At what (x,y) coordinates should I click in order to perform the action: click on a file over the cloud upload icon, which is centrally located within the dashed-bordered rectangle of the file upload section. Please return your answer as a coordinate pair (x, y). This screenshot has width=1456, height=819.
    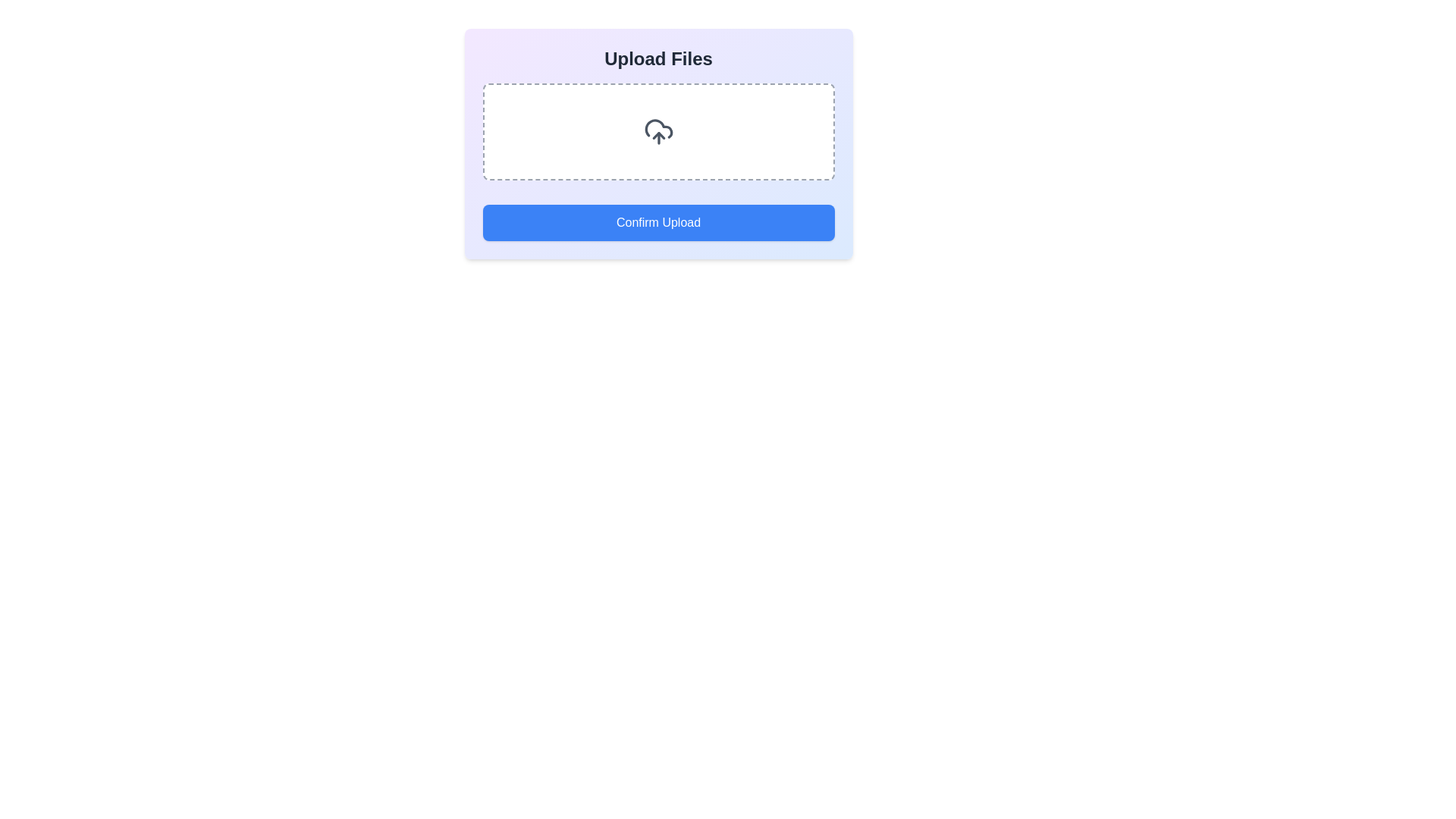
    Looking at the image, I should click on (658, 130).